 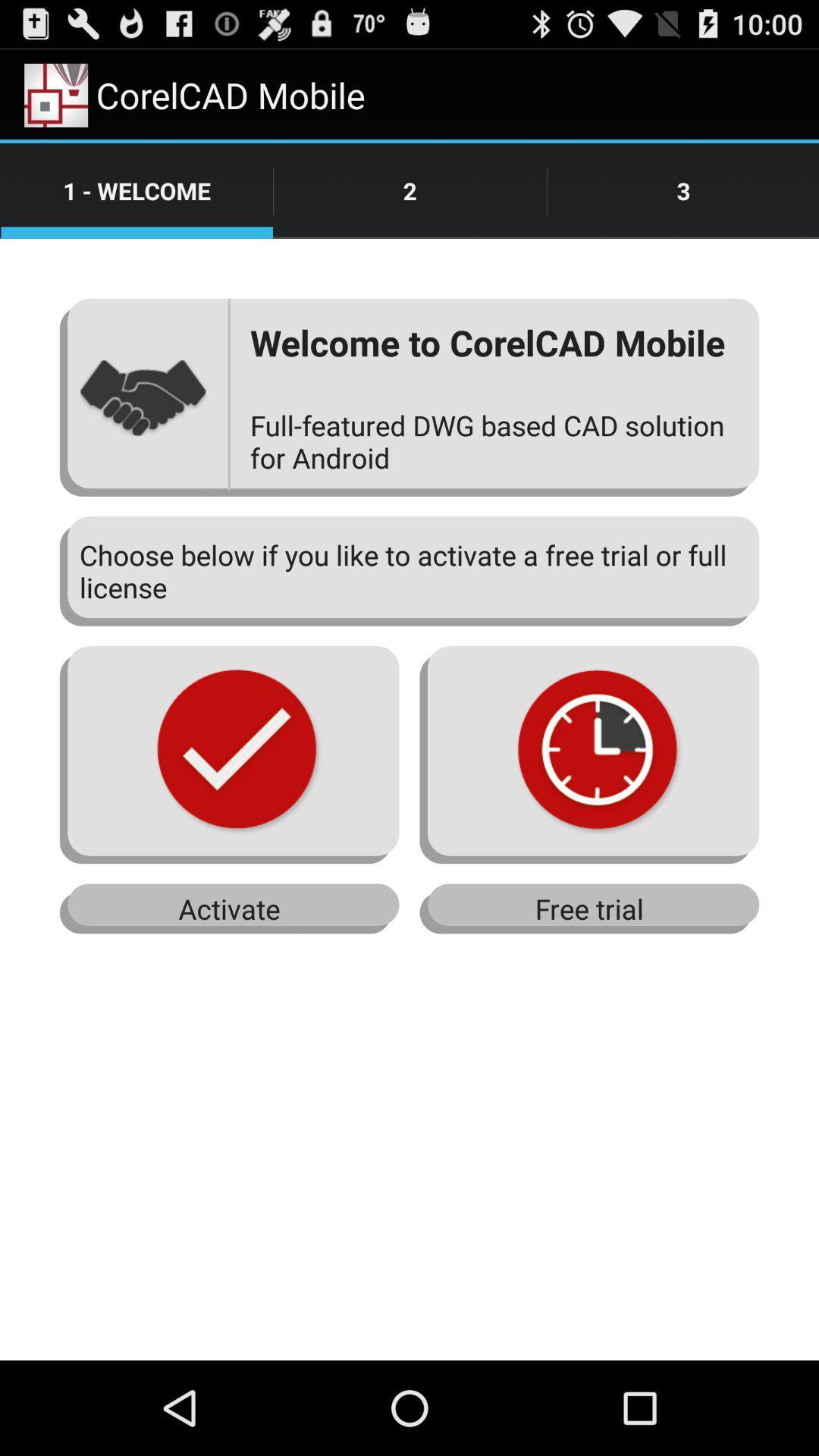 What do you see at coordinates (230, 755) in the screenshot?
I see `tap on the box shown above activate` at bounding box center [230, 755].